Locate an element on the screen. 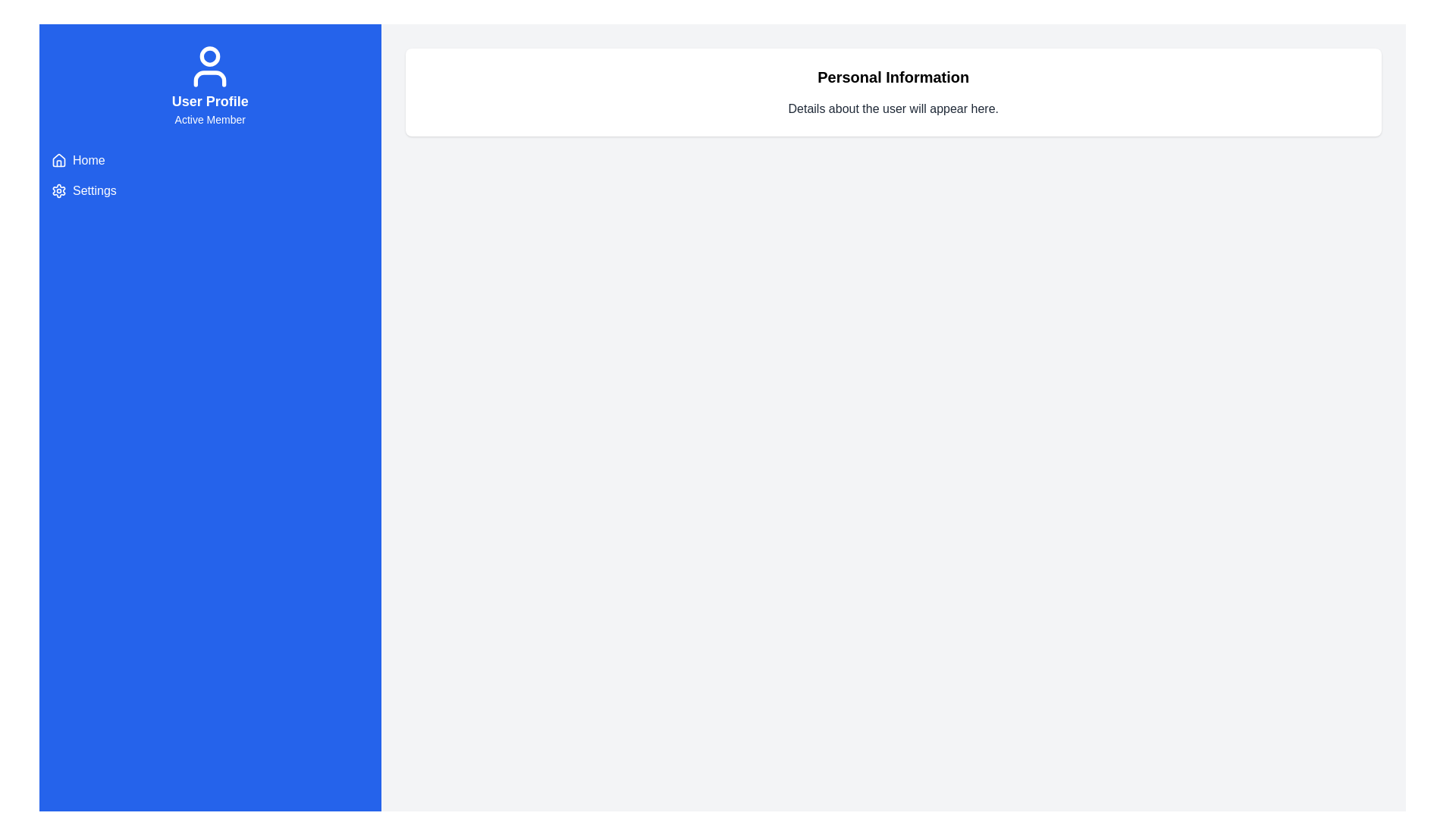 This screenshot has width=1456, height=819. the hyperlink located in the sidebar beneath the 'Home' link is located at coordinates (93, 190).